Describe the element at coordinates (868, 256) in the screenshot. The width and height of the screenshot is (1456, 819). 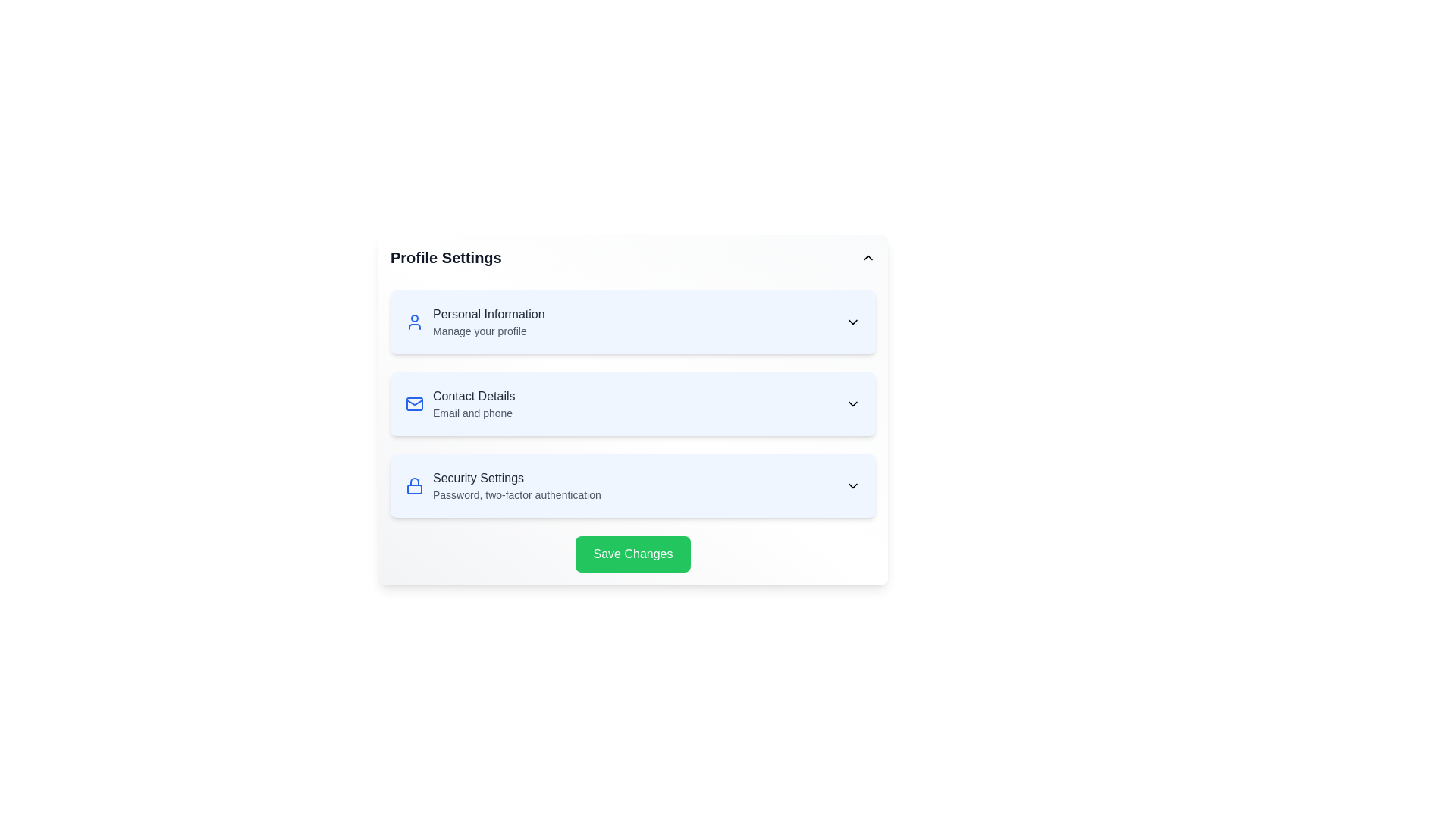
I see `the toggle button icon resembling an upward-pointing chevron located at the top-right corner of the profile settings section` at that location.